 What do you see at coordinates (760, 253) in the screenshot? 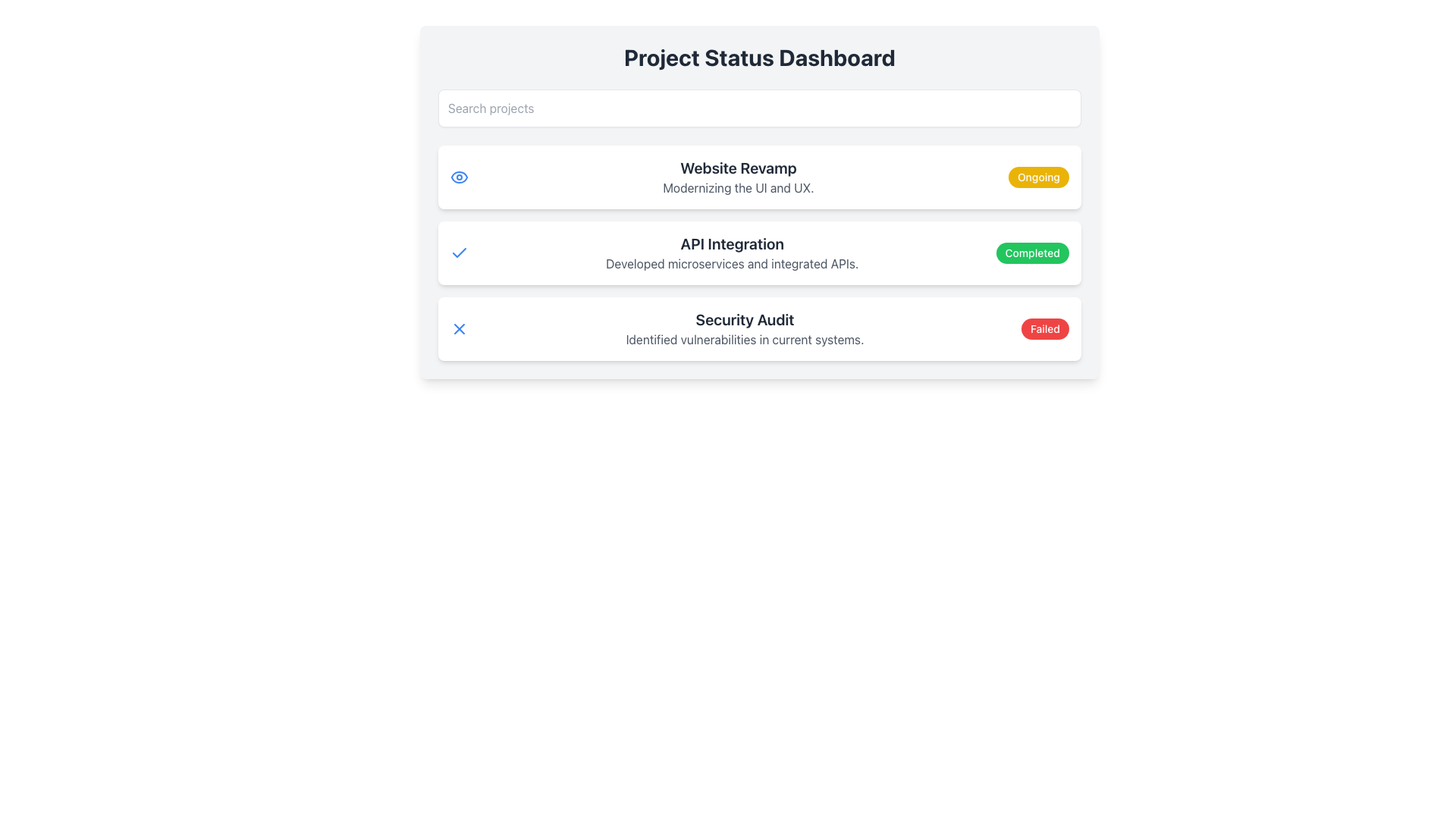
I see `the 'API Integration' text in the Item summary block` at bounding box center [760, 253].